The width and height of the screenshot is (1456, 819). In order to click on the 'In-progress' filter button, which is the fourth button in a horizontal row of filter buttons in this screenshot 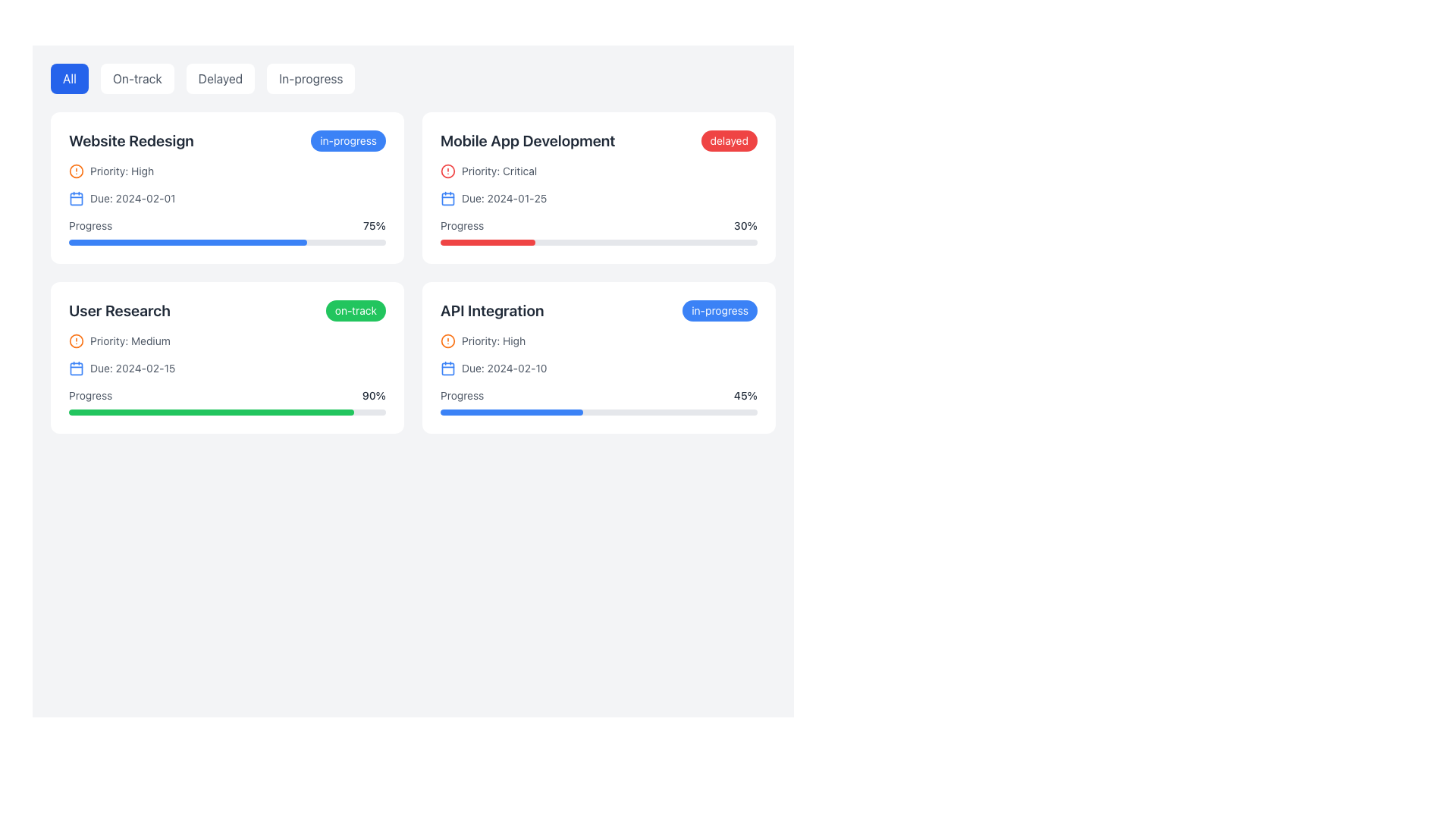, I will do `click(310, 79)`.